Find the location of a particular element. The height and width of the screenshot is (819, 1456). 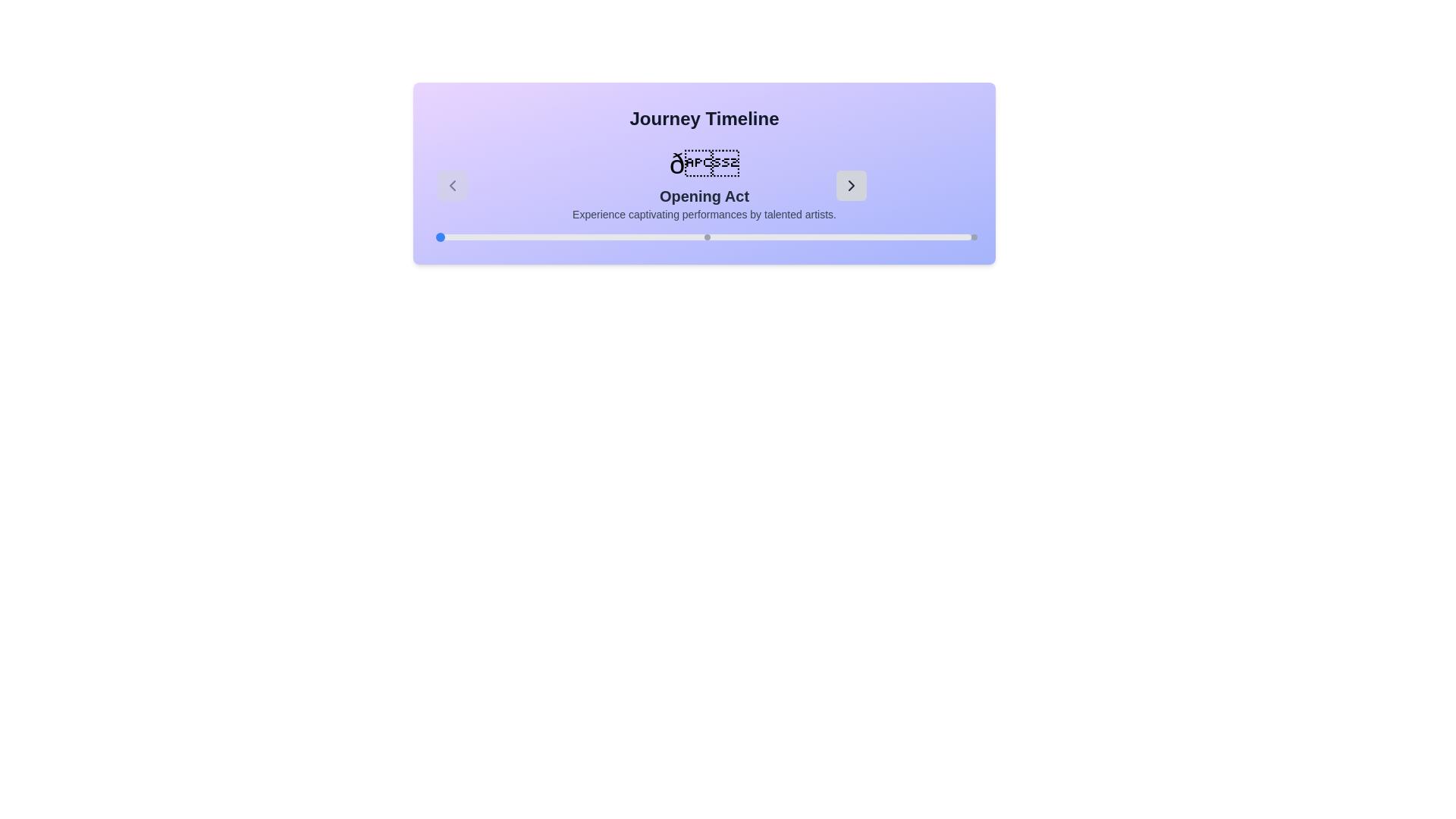

the slider position is located at coordinates (742, 237).